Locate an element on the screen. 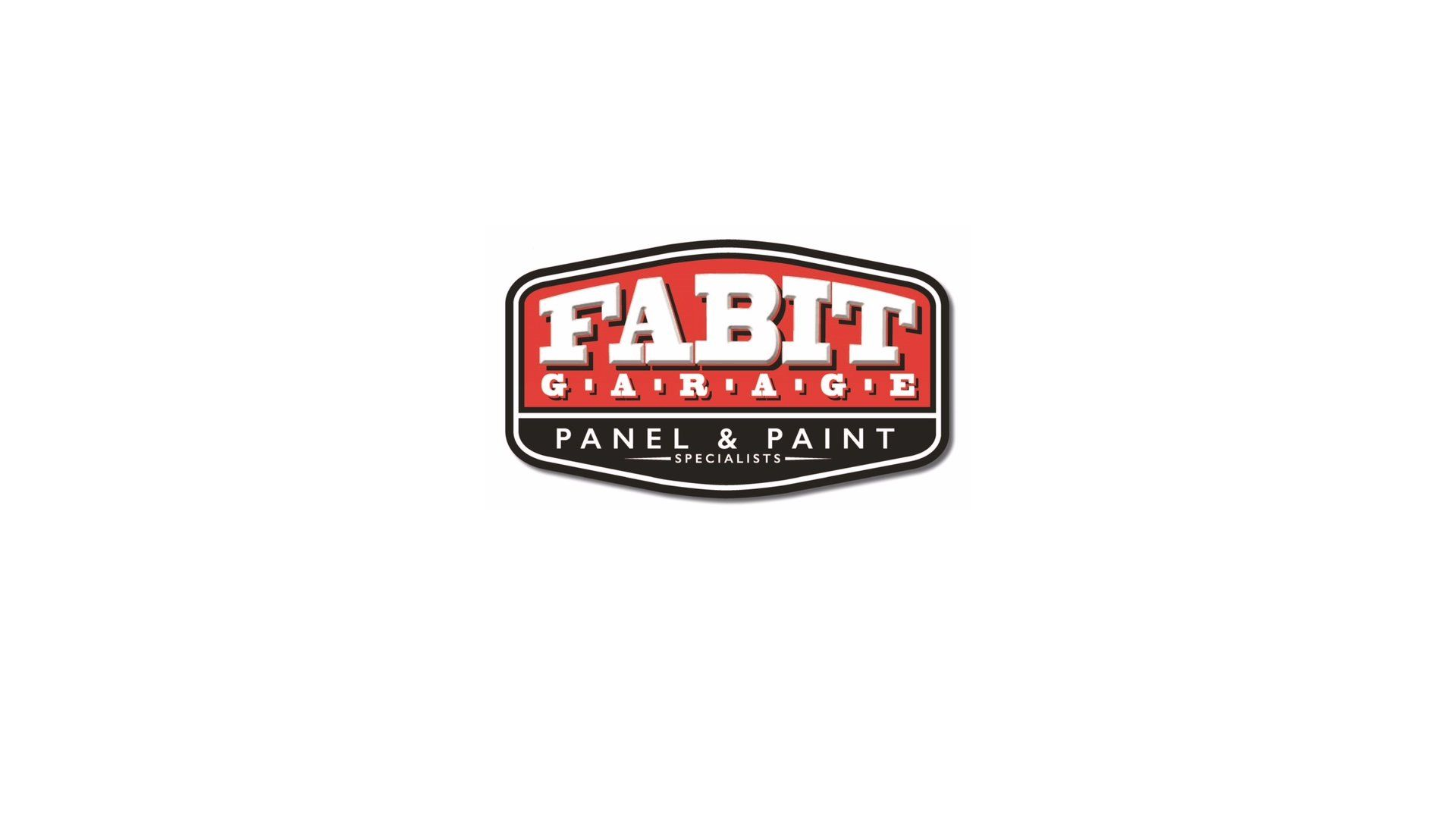 The image size is (1456, 819). 'FABIT GARAGE PANEL & PAINT' is located at coordinates (728, 368).